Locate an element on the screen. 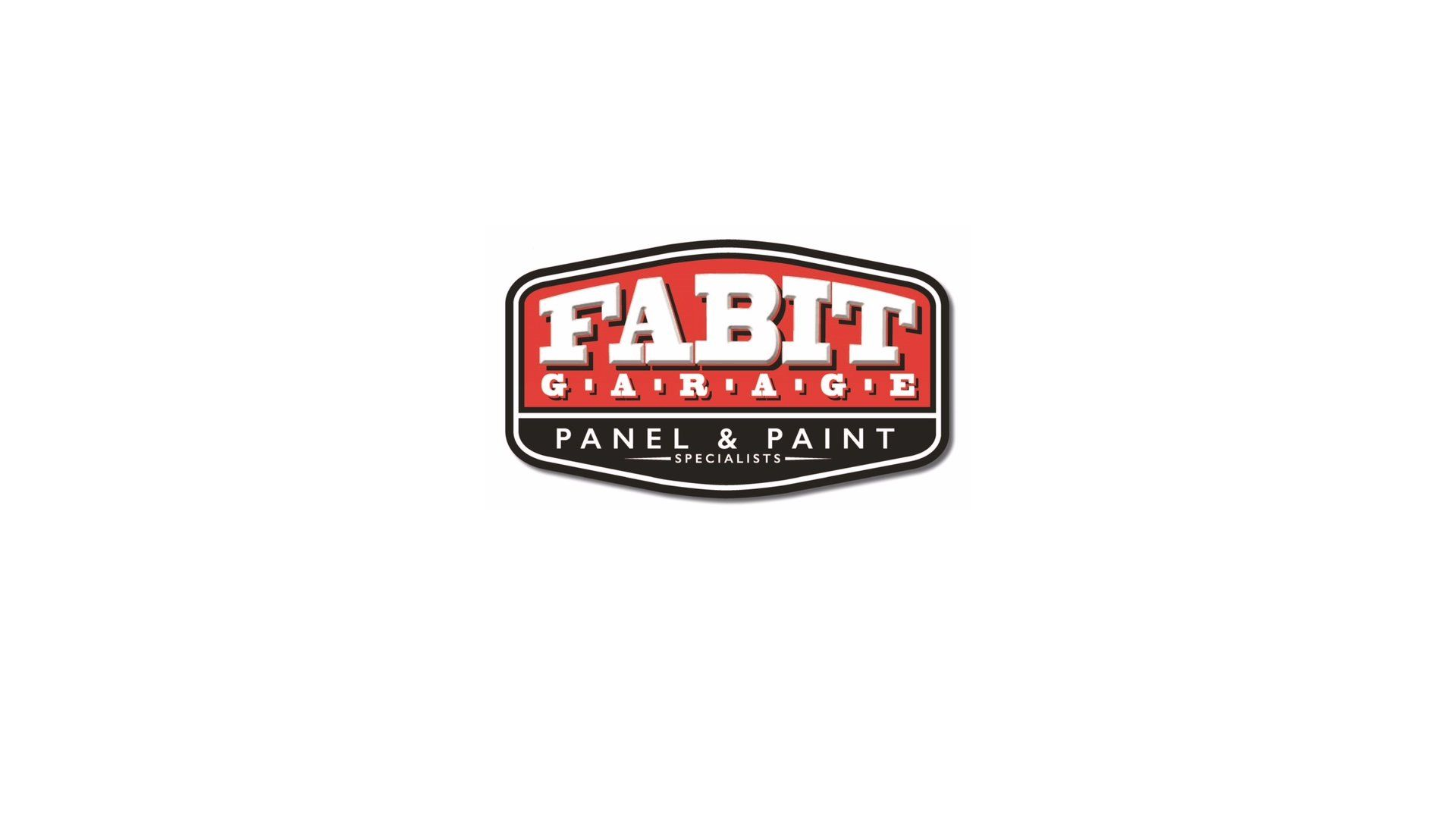 The image size is (1456, 819). 'FABIT GARAGE PANEL & PAINT' is located at coordinates (728, 368).